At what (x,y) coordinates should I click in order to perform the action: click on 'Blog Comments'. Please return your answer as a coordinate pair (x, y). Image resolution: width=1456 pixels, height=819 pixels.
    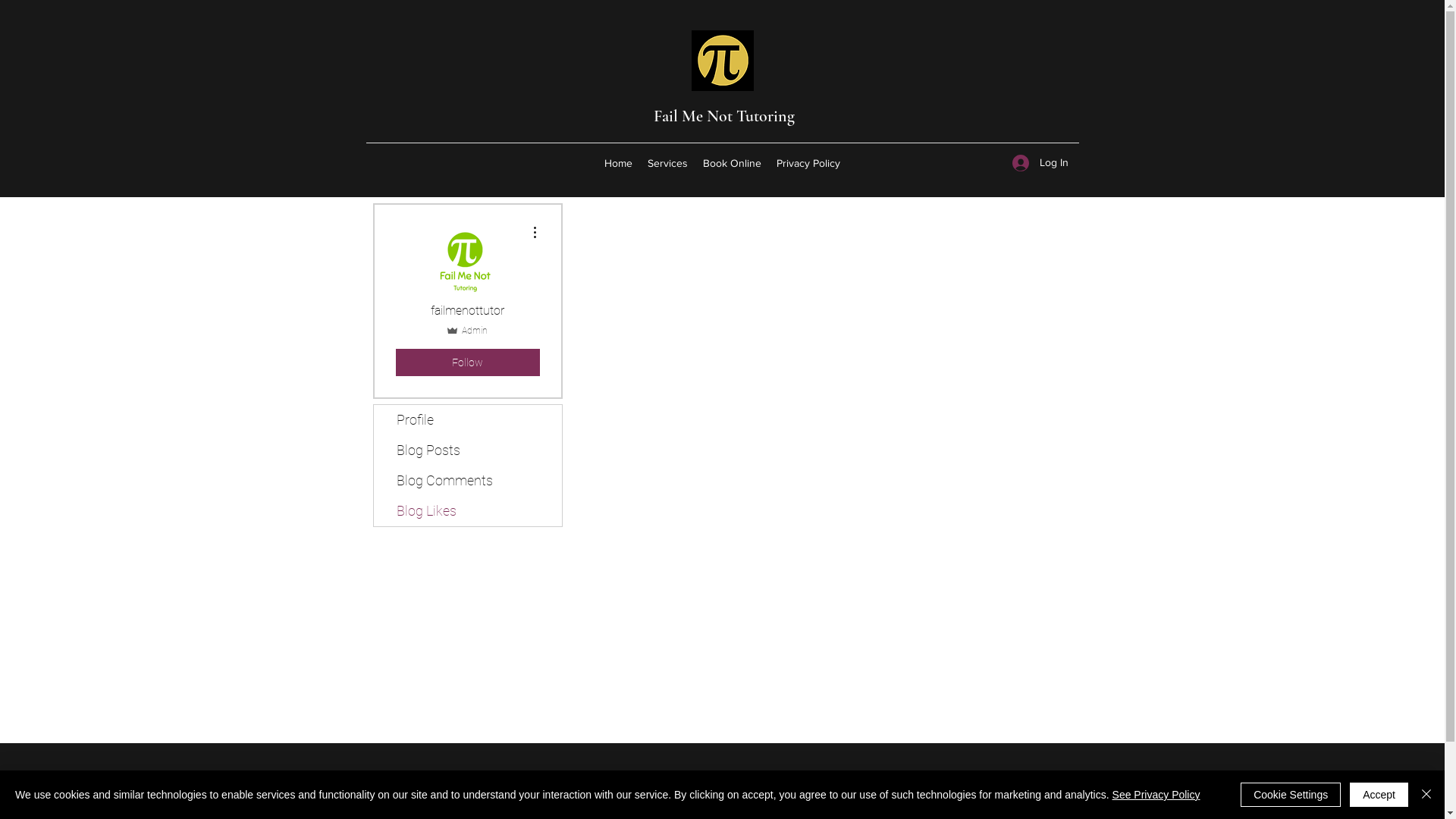
    Looking at the image, I should click on (466, 480).